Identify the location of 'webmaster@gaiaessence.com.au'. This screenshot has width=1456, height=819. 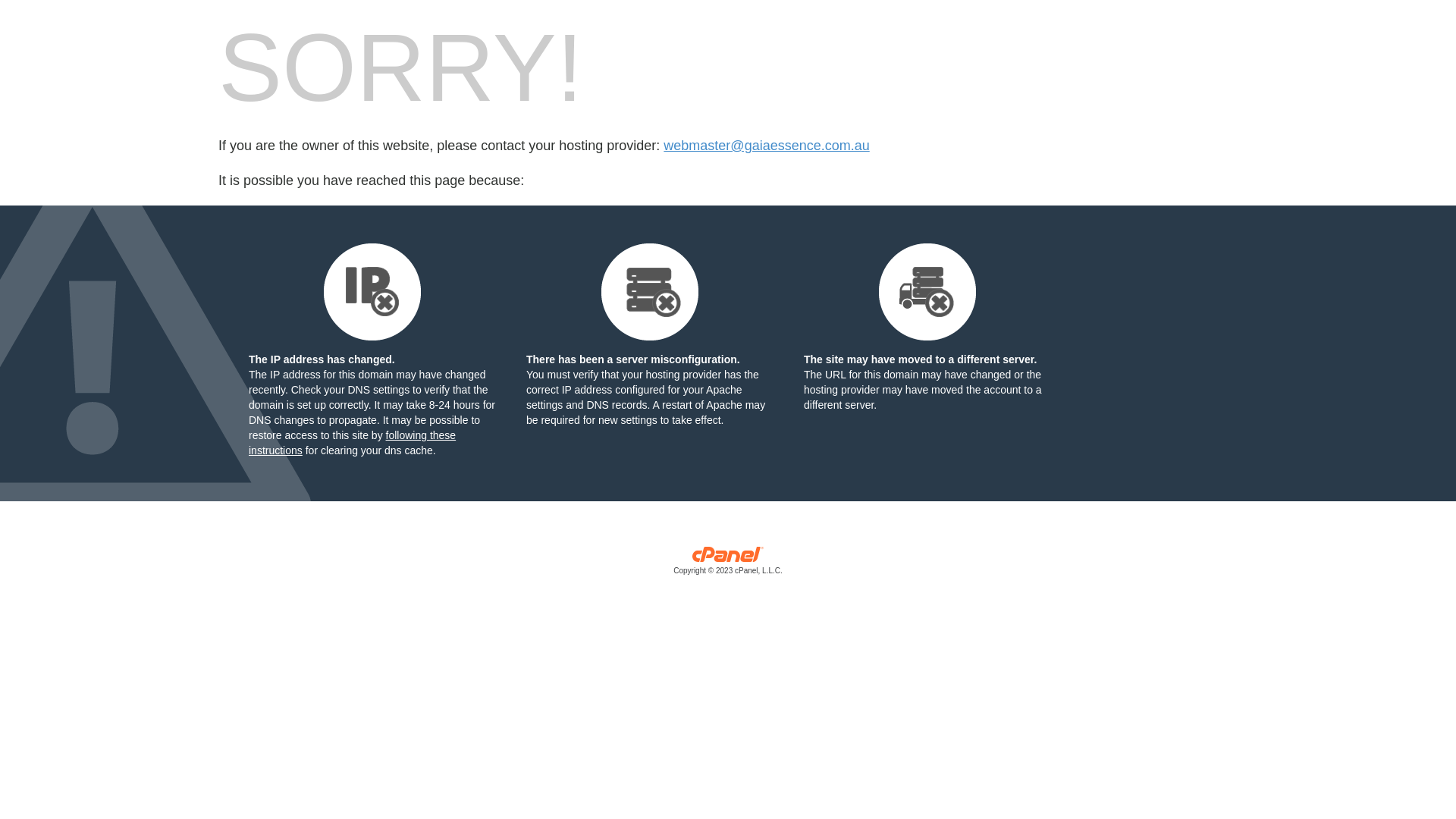
(766, 146).